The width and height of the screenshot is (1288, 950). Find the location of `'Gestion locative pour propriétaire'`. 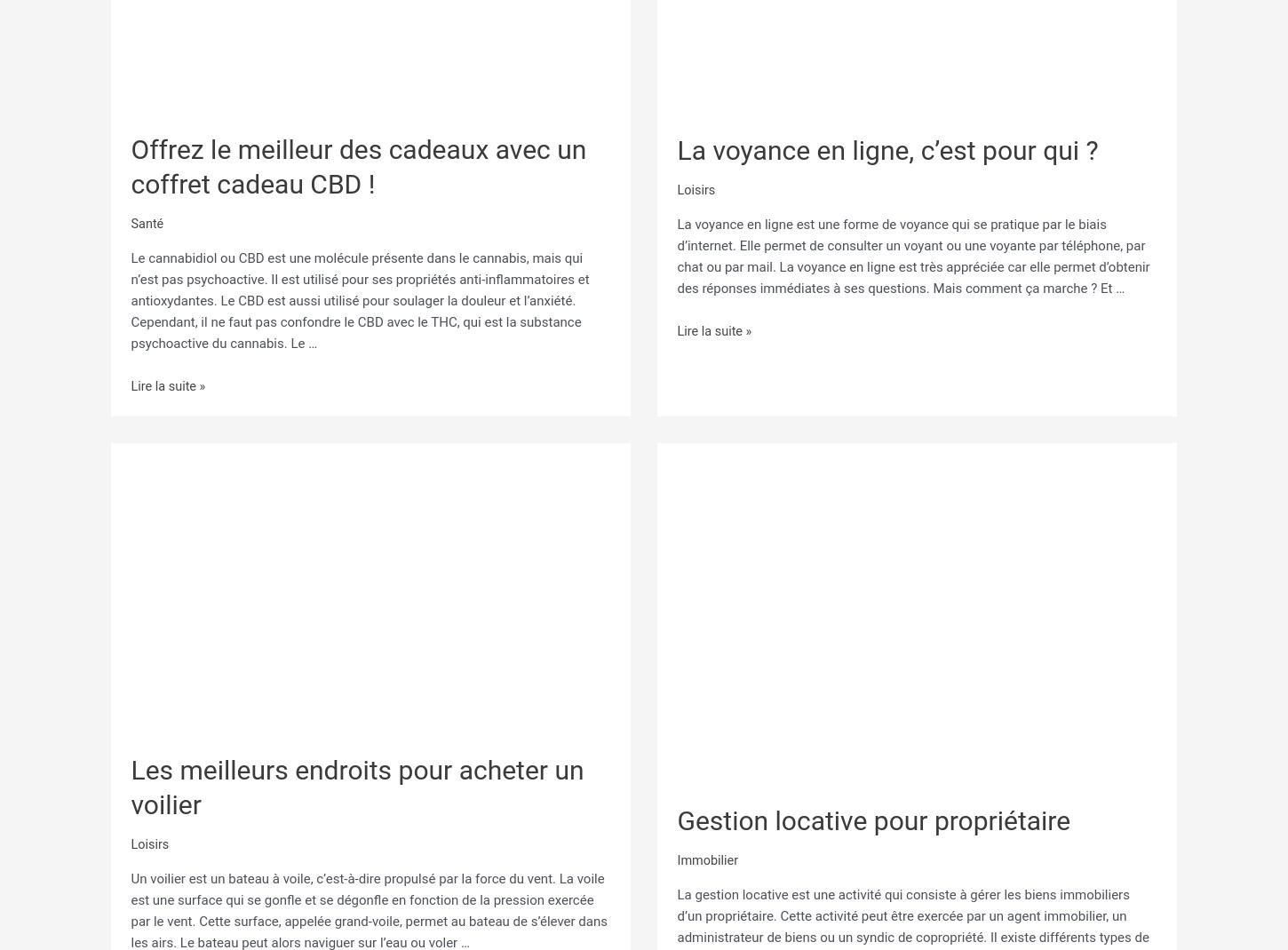

'Gestion locative pour propriétaire' is located at coordinates (873, 815).